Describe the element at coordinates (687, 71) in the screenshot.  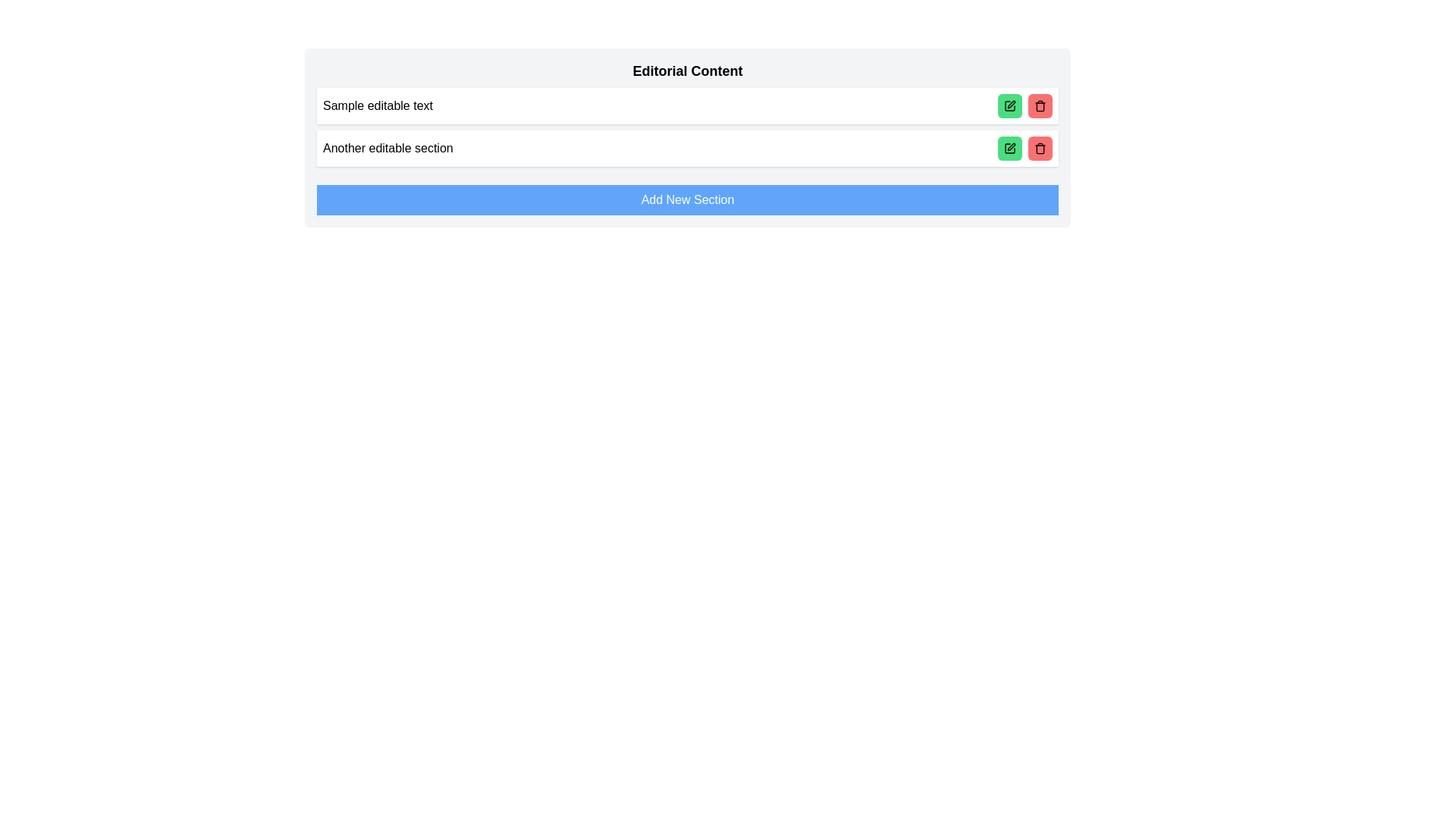
I see `the 'Editorial Content' heading` at that location.